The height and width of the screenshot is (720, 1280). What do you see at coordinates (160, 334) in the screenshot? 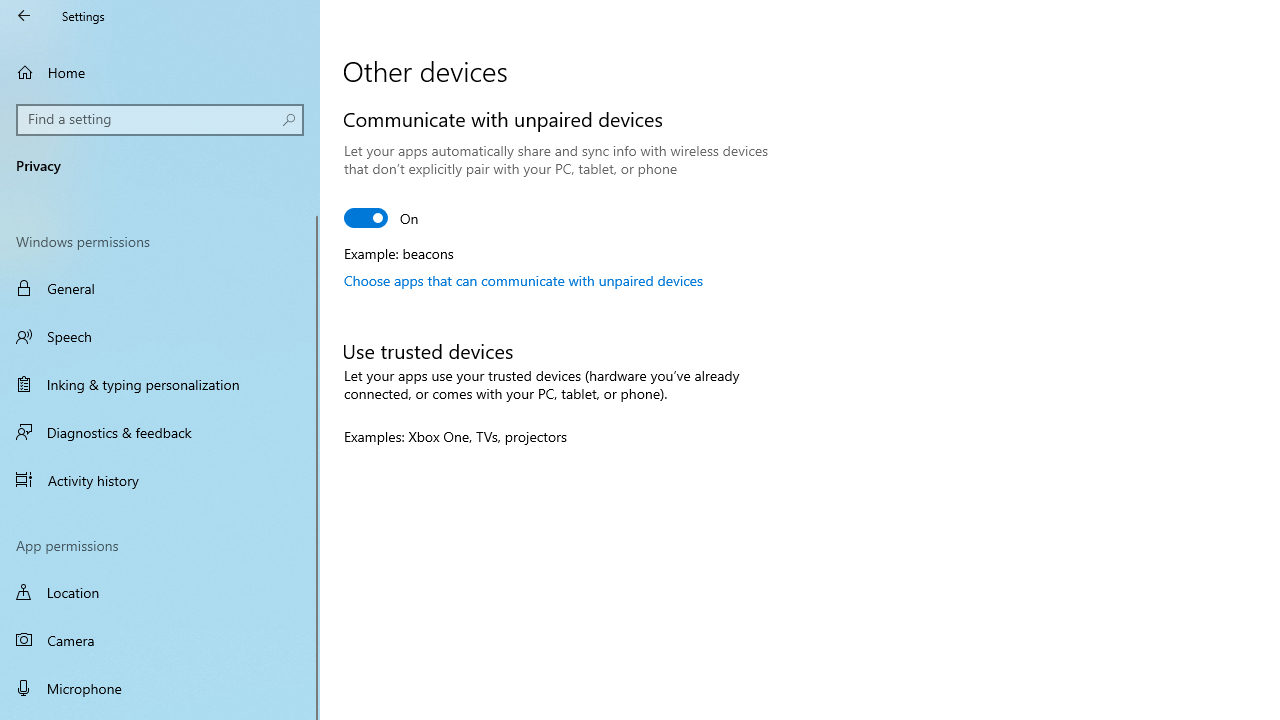
I see `'Speech'` at bounding box center [160, 334].